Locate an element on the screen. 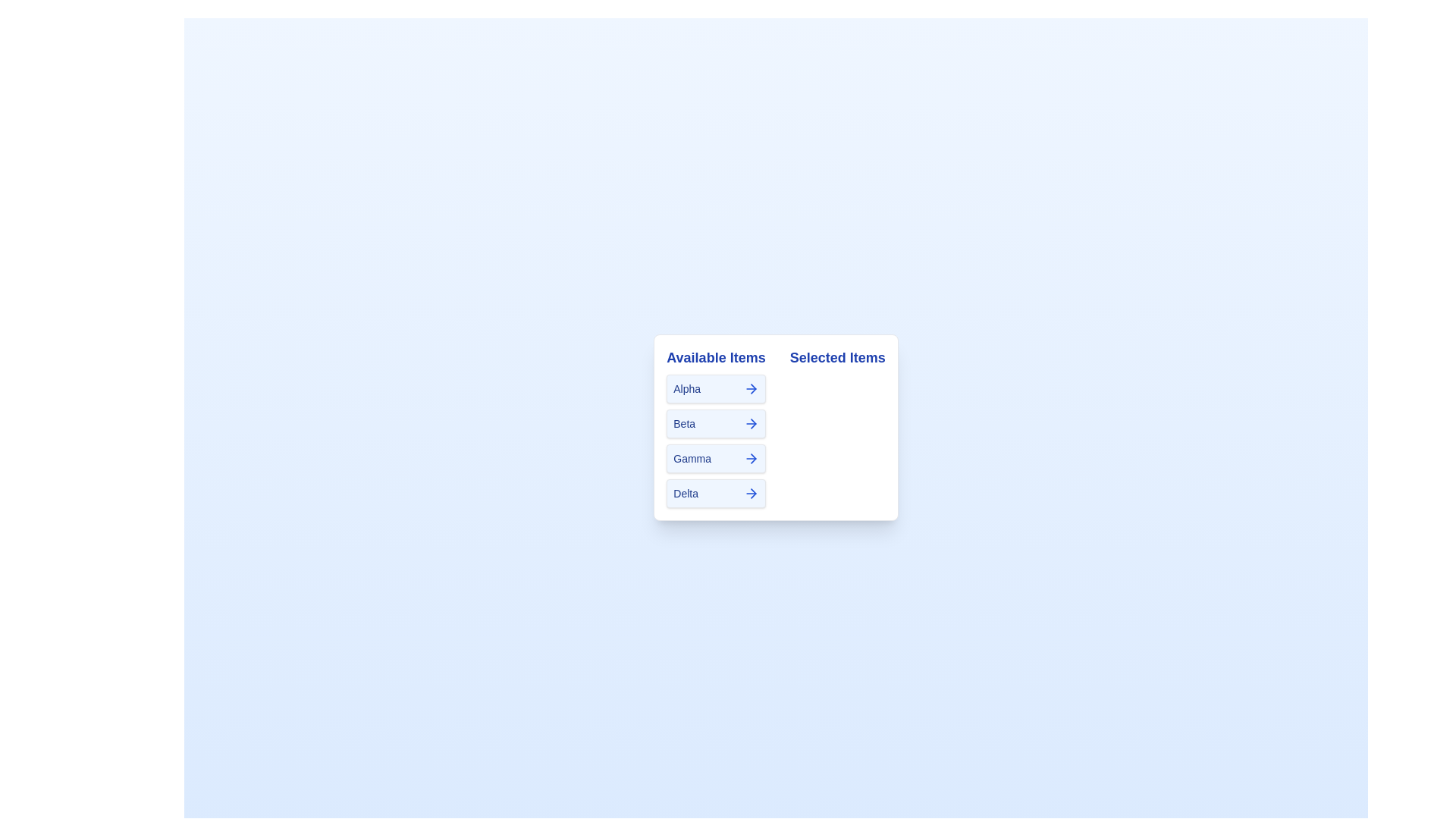  arrow button next to the item Alpha to transfer it to the 'Selected Items' list is located at coordinates (751, 388).